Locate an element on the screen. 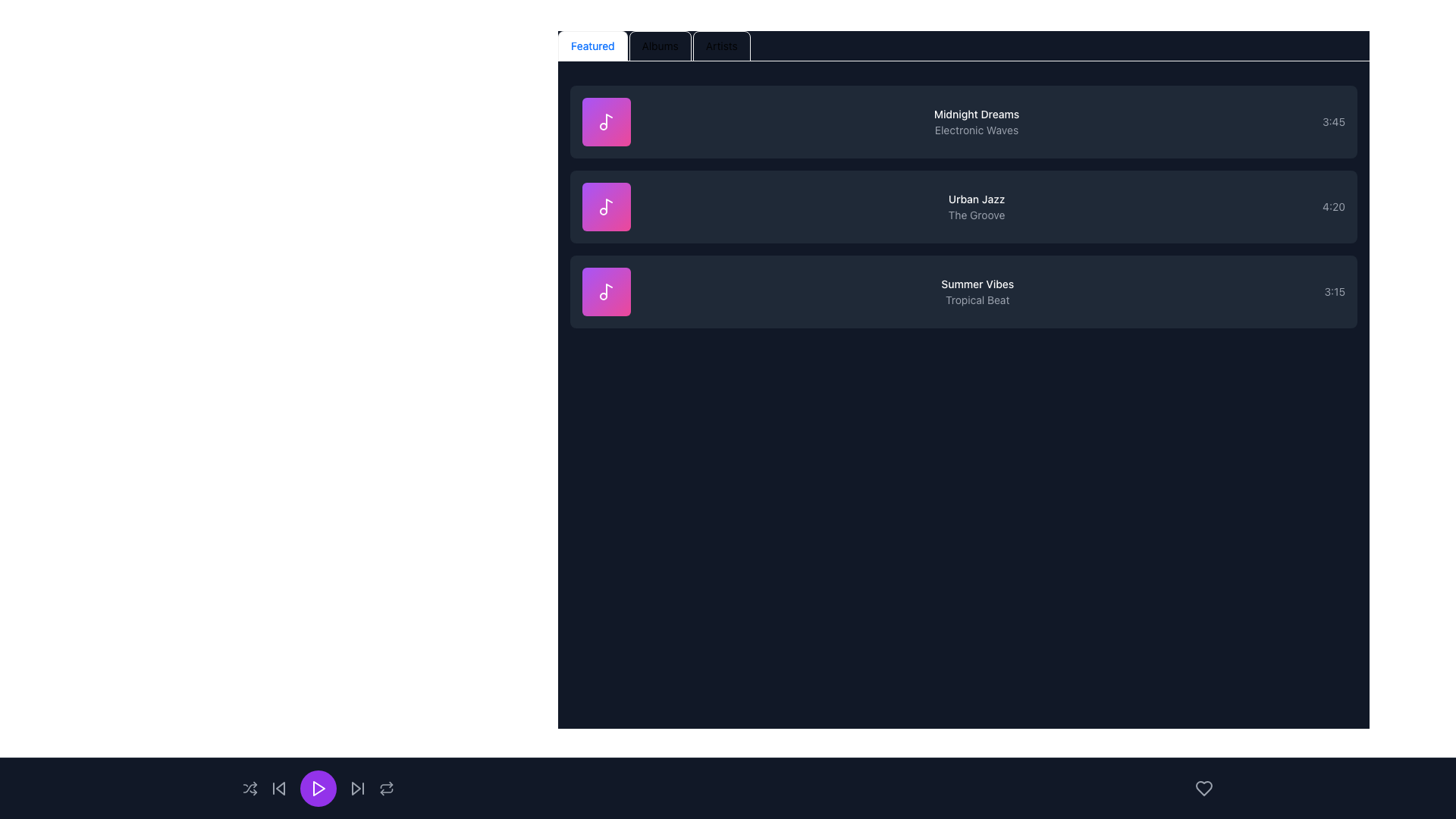 The width and height of the screenshot is (1456, 819). the text block containing the title and subtitle of the third media item, located to the right of a square icon with a purple-pink gradient is located at coordinates (977, 292).